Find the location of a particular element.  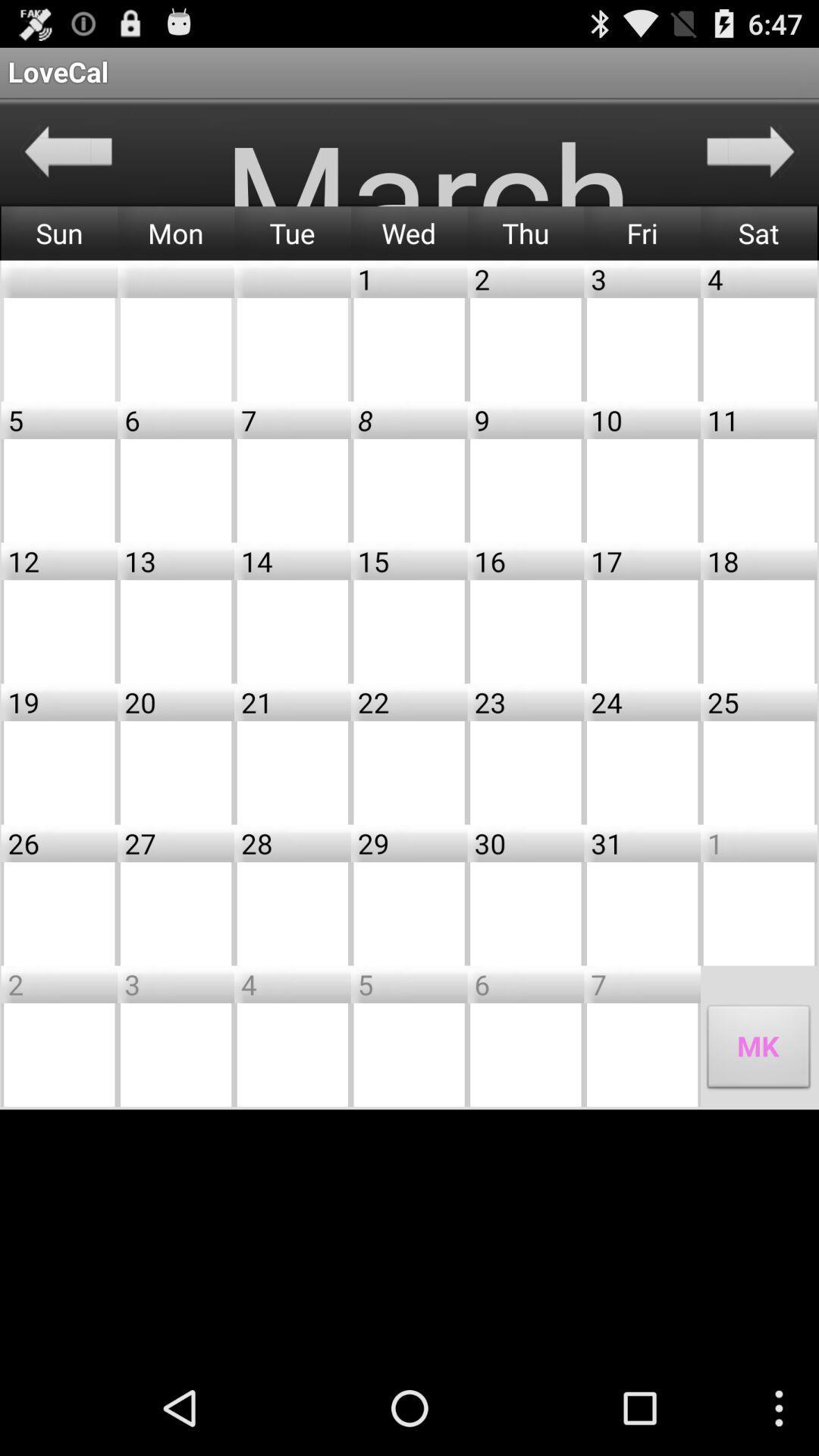

the arrow_forward icon is located at coordinates (751, 162).